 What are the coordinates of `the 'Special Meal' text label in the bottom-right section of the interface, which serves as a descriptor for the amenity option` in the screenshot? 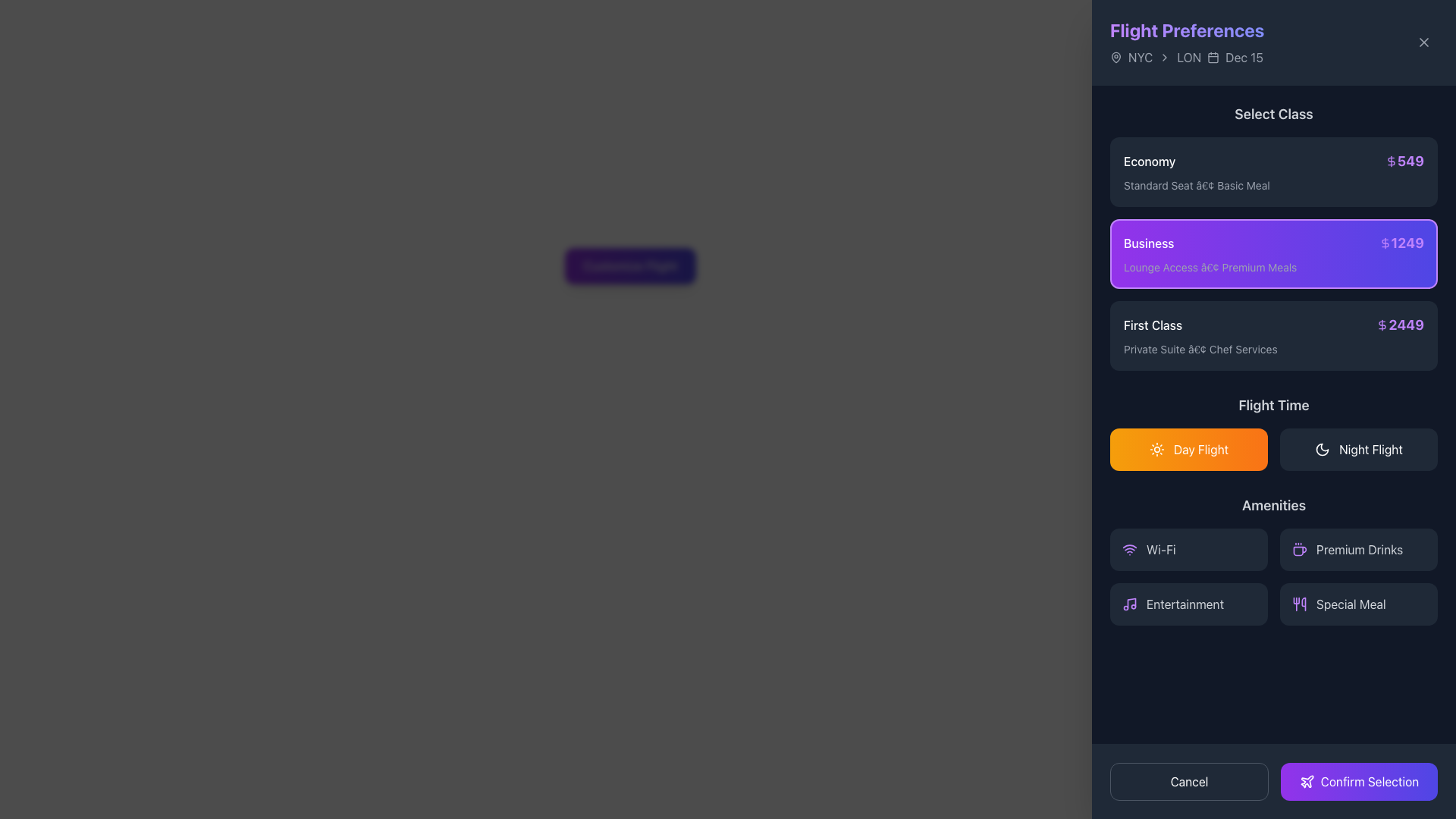 It's located at (1351, 604).